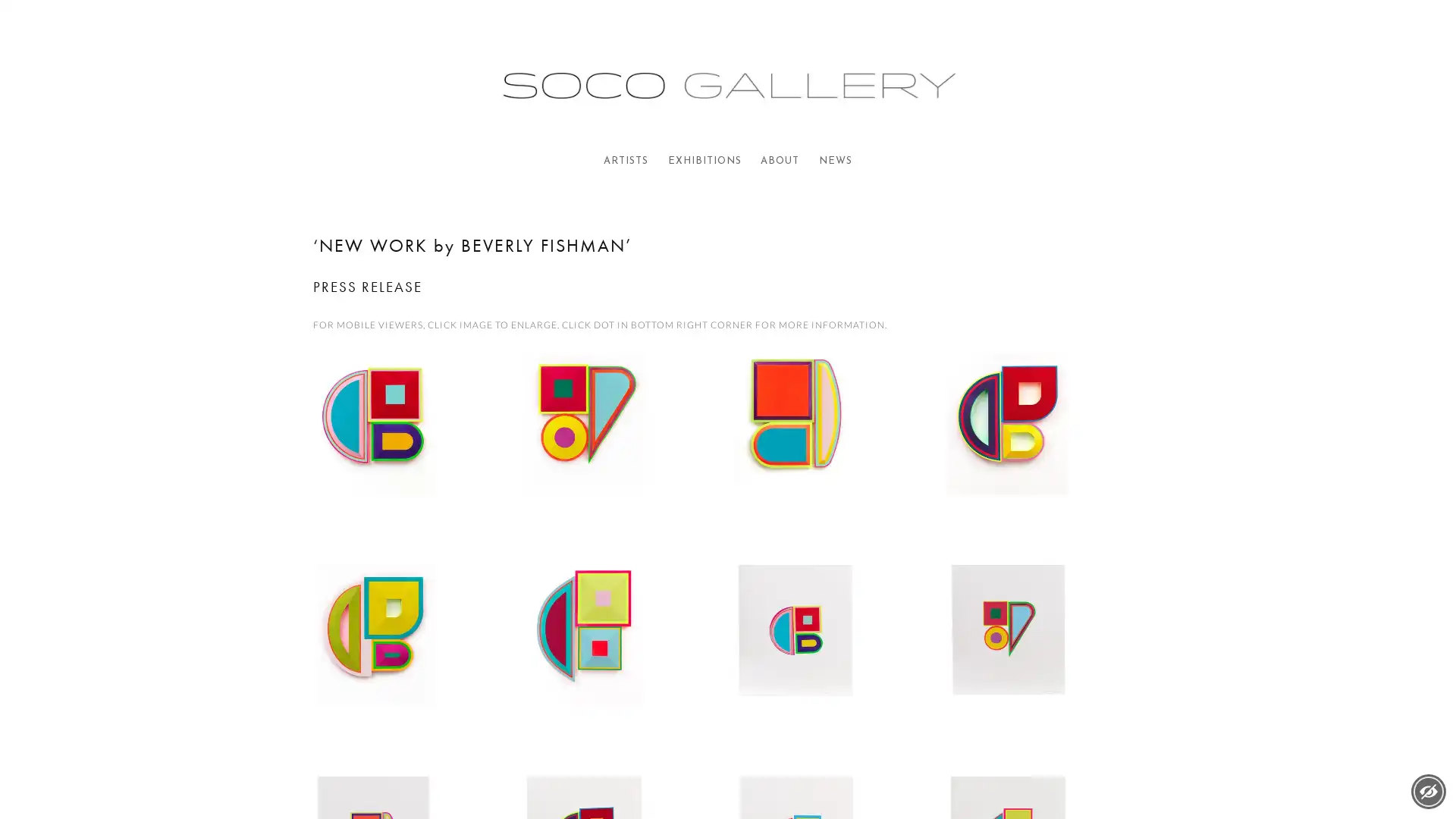 This screenshot has height=819, width=1456. What do you see at coordinates (410, 661) in the screenshot?
I see `View fullsize BEVERLY FISHMAN Untitled (Pain, Opioid Addiction, Anxiety), 2021 Urethane paint on wood 44.75 x 45 inches INQUIRE +` at bounding box center [410, 661].